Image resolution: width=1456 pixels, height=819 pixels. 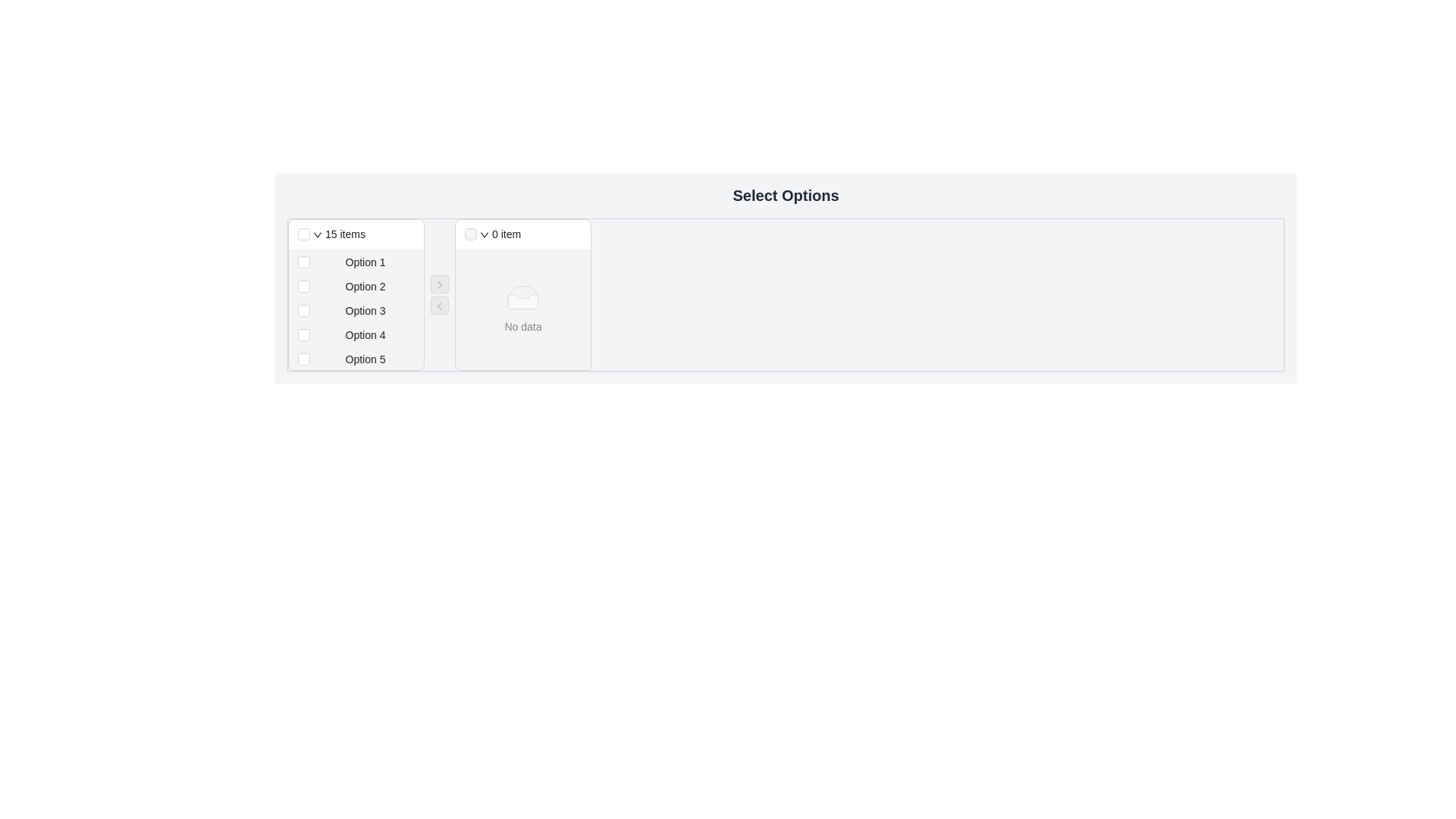 I want to click on the checkbox for 'Option 5' located at the beginning of the fifth item in the vertical list, so click(x=303, y=359).